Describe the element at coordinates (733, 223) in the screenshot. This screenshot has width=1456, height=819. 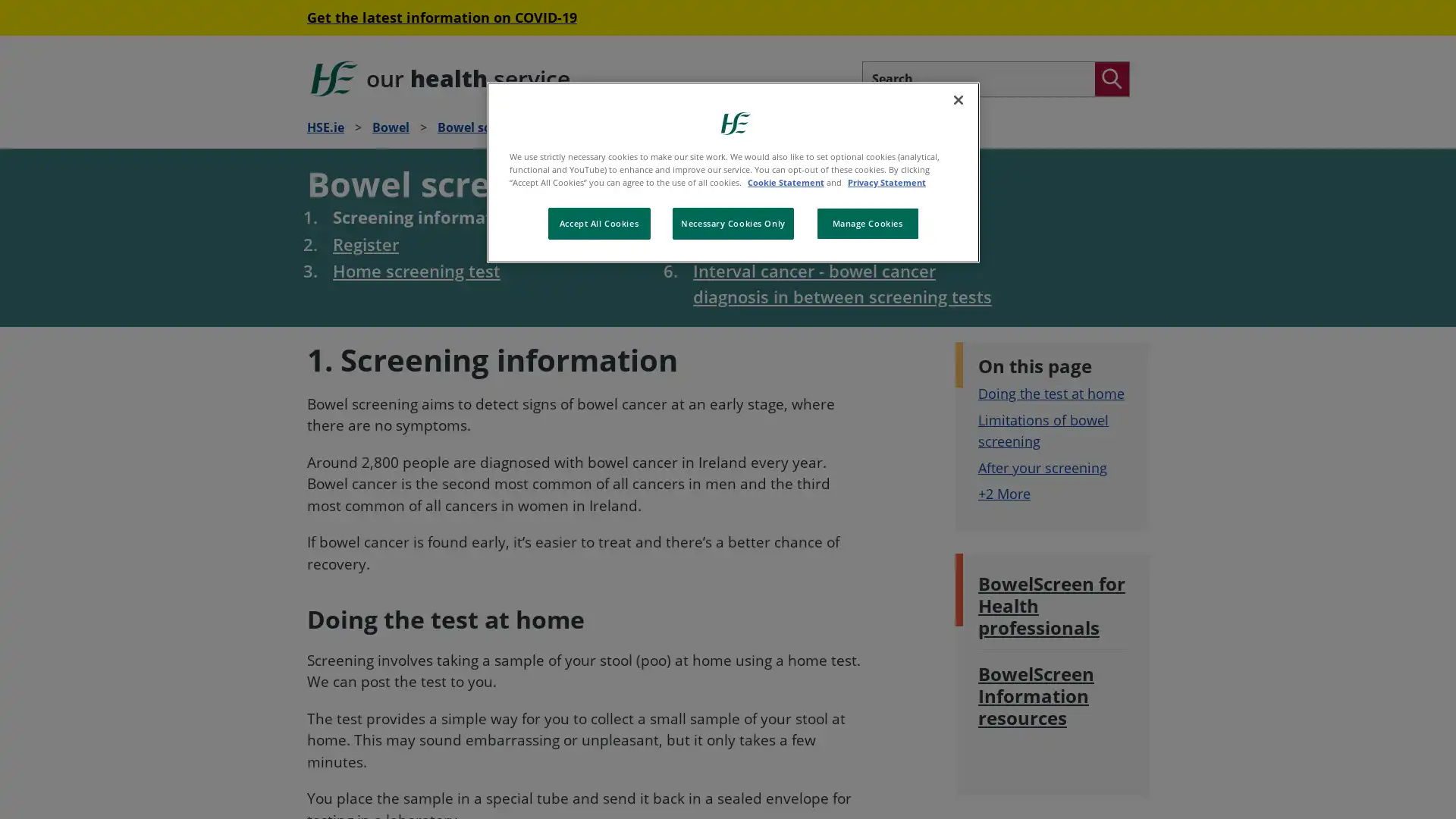
I see `Necessary Cookies Only` at that location.